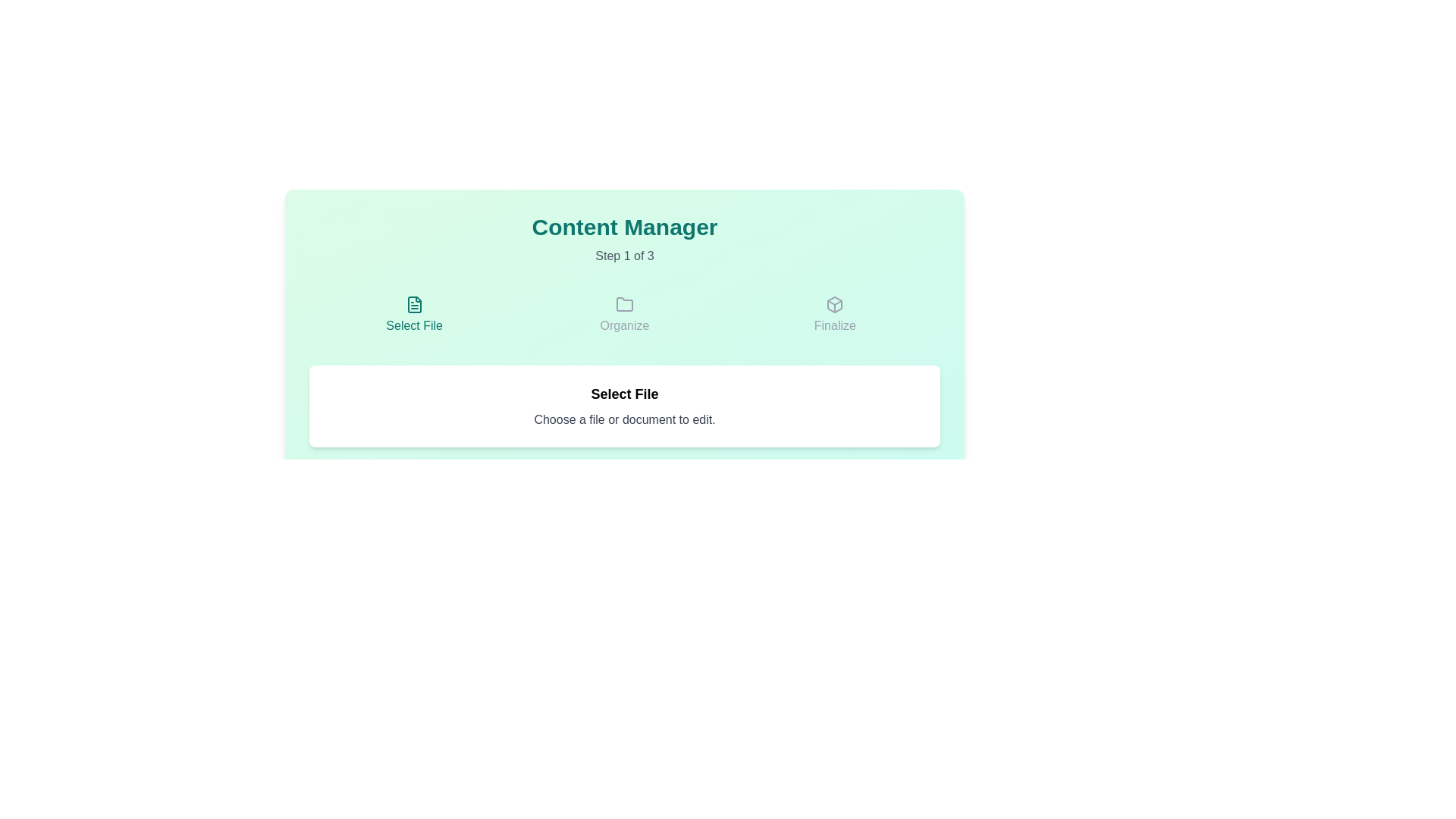 The width and height of the screenshot is (1456, 819). I want to click on the 'Select File' icon located centrally at the top of the interface, so click(414, 304).